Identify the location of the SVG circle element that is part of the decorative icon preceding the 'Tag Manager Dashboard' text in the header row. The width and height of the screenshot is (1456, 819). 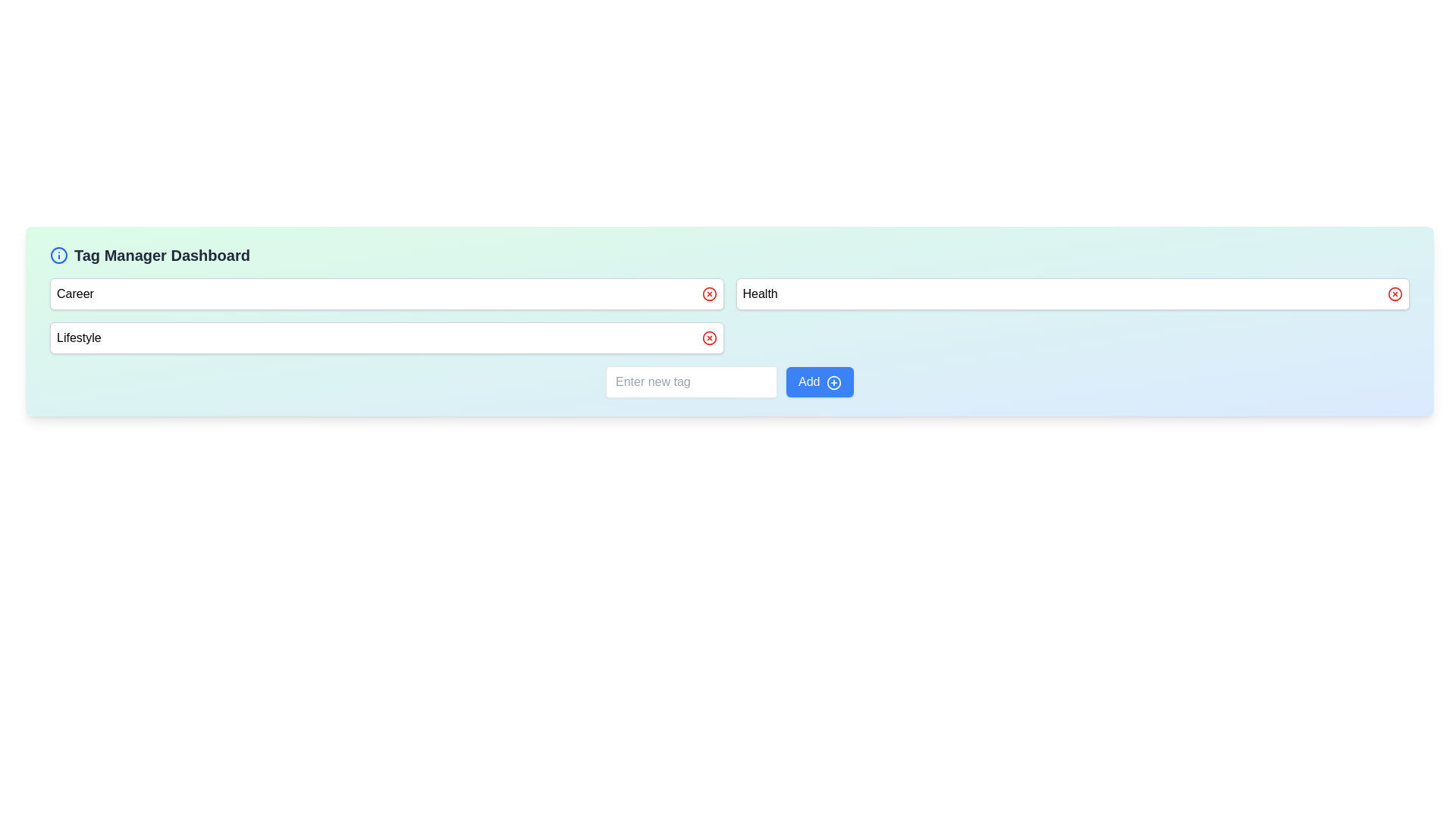
(58, 254).